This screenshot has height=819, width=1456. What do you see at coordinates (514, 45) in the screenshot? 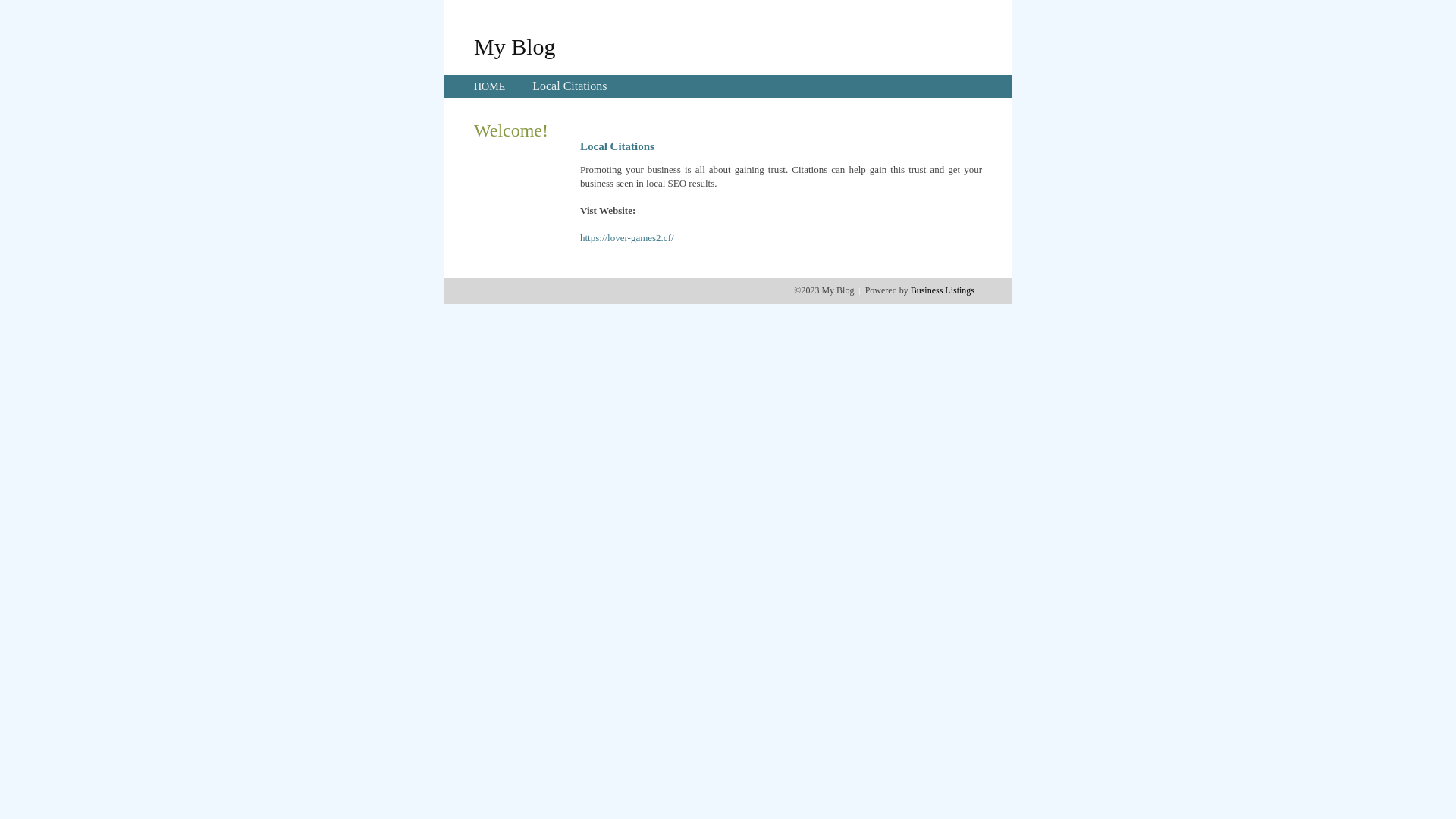
I see `'My Blog'` at bounding box center [514, 45].